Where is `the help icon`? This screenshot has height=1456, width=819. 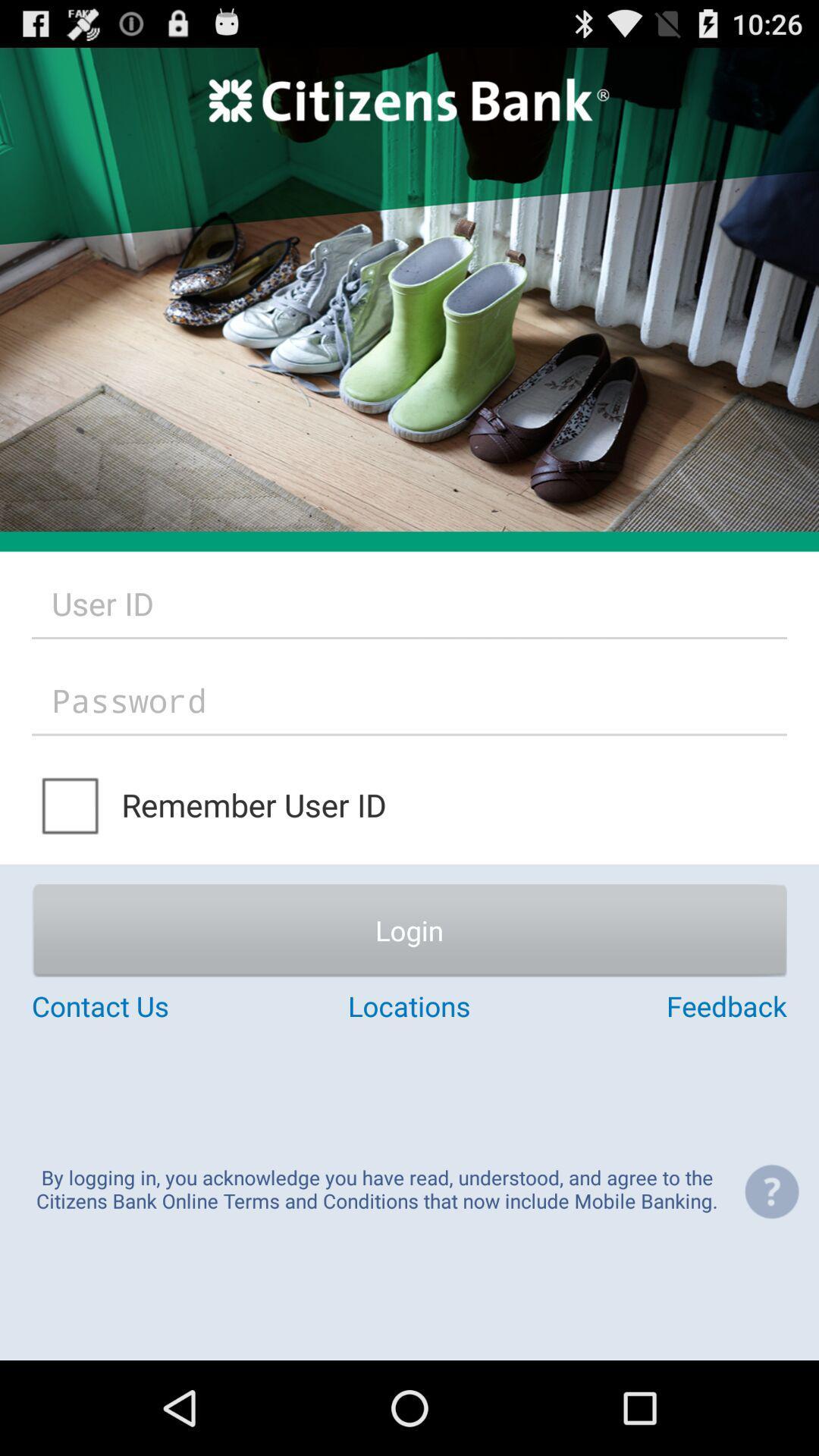 the help icon is located at coordinates (771, 1274).